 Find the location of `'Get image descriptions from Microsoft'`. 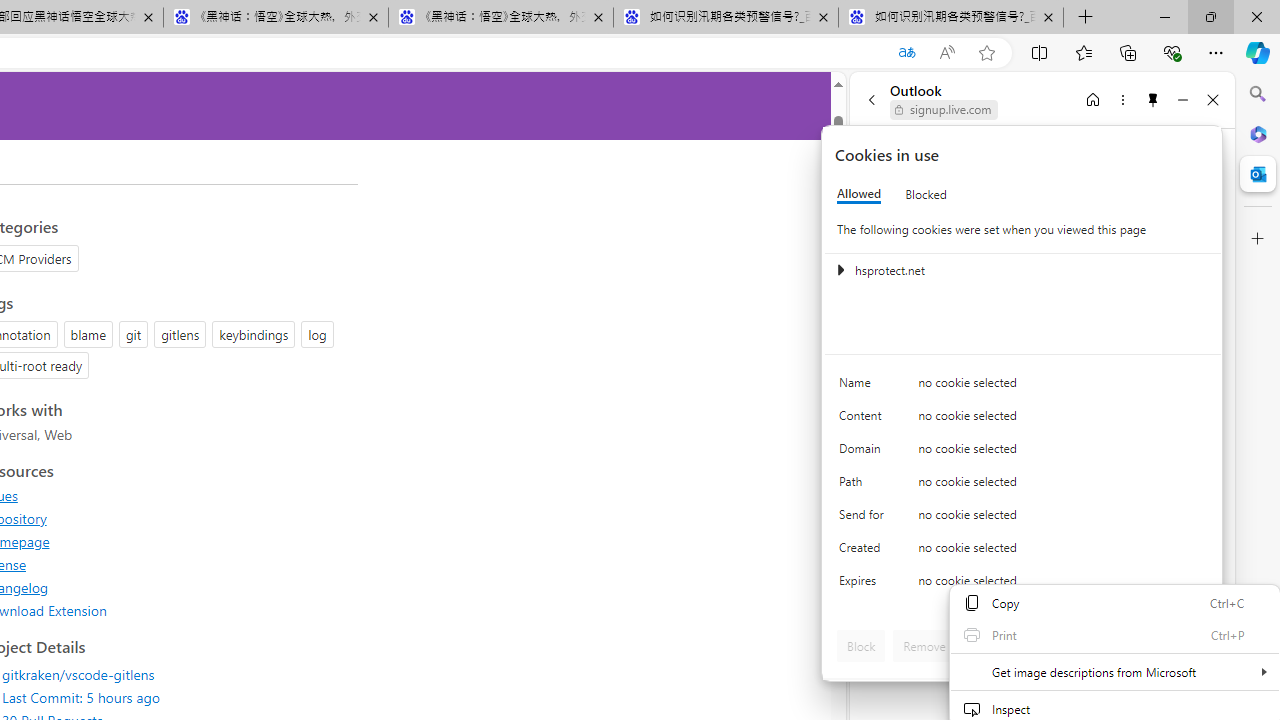

'Get image descriptions from Microsoft' is located at coordinates (1113, 672).